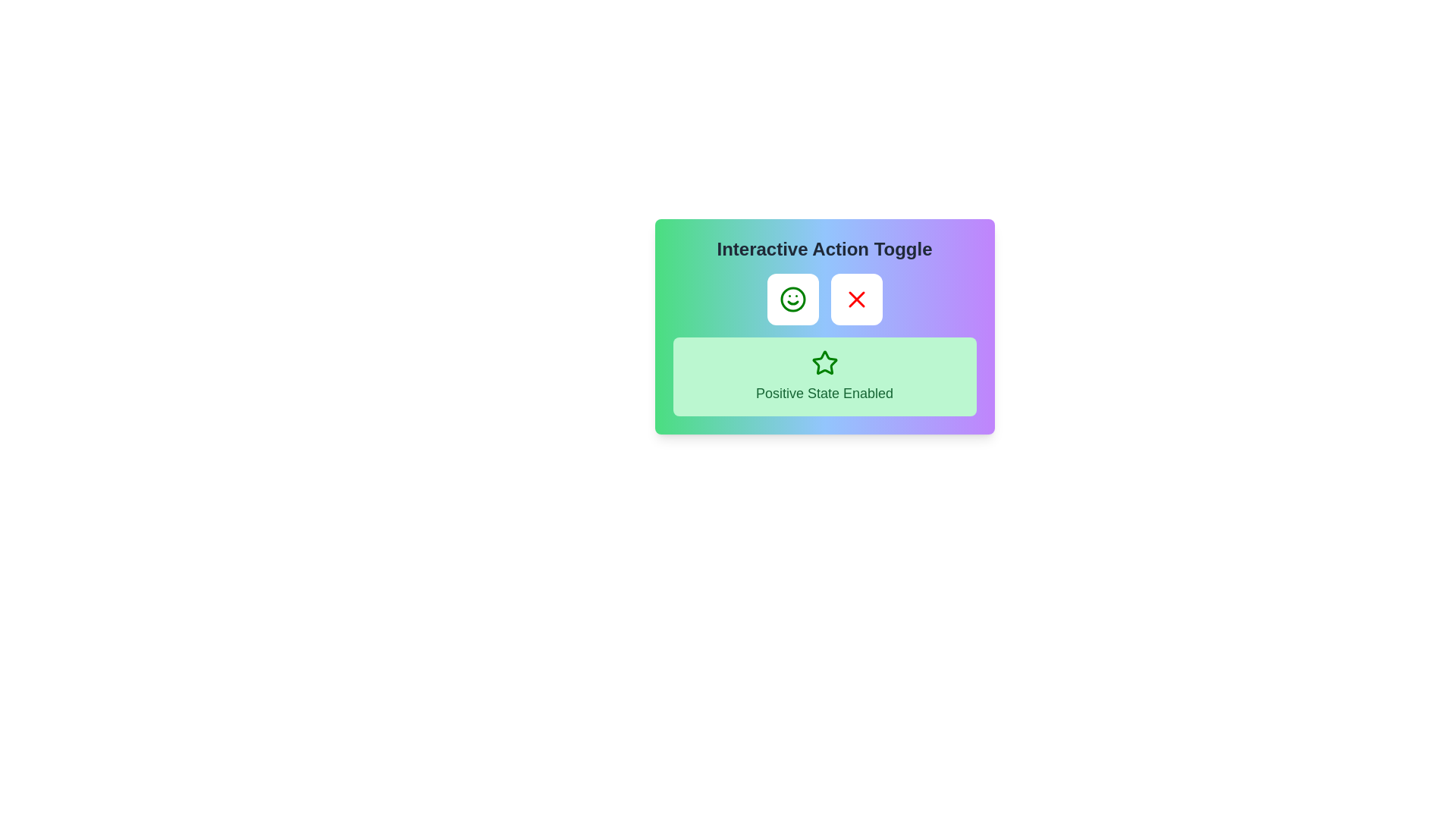  What do you see at coordinates (792, 299) in the screenshot?
I see `the circular green smiley face icon located in the upper section of the card layout` at bounding box center [792, 299].